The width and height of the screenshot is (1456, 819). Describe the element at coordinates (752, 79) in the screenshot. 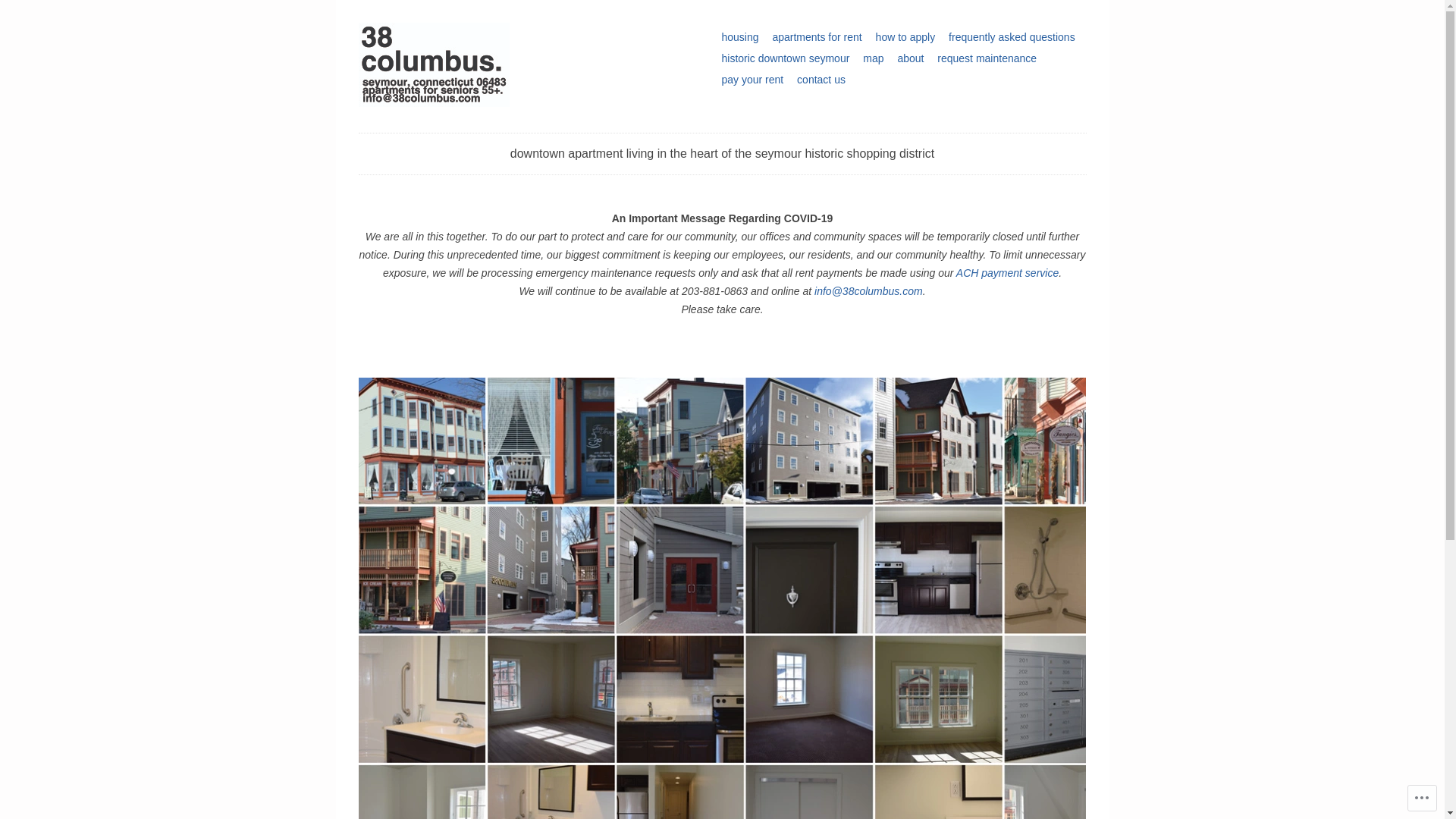

I see `'pay your rent'` at that location.